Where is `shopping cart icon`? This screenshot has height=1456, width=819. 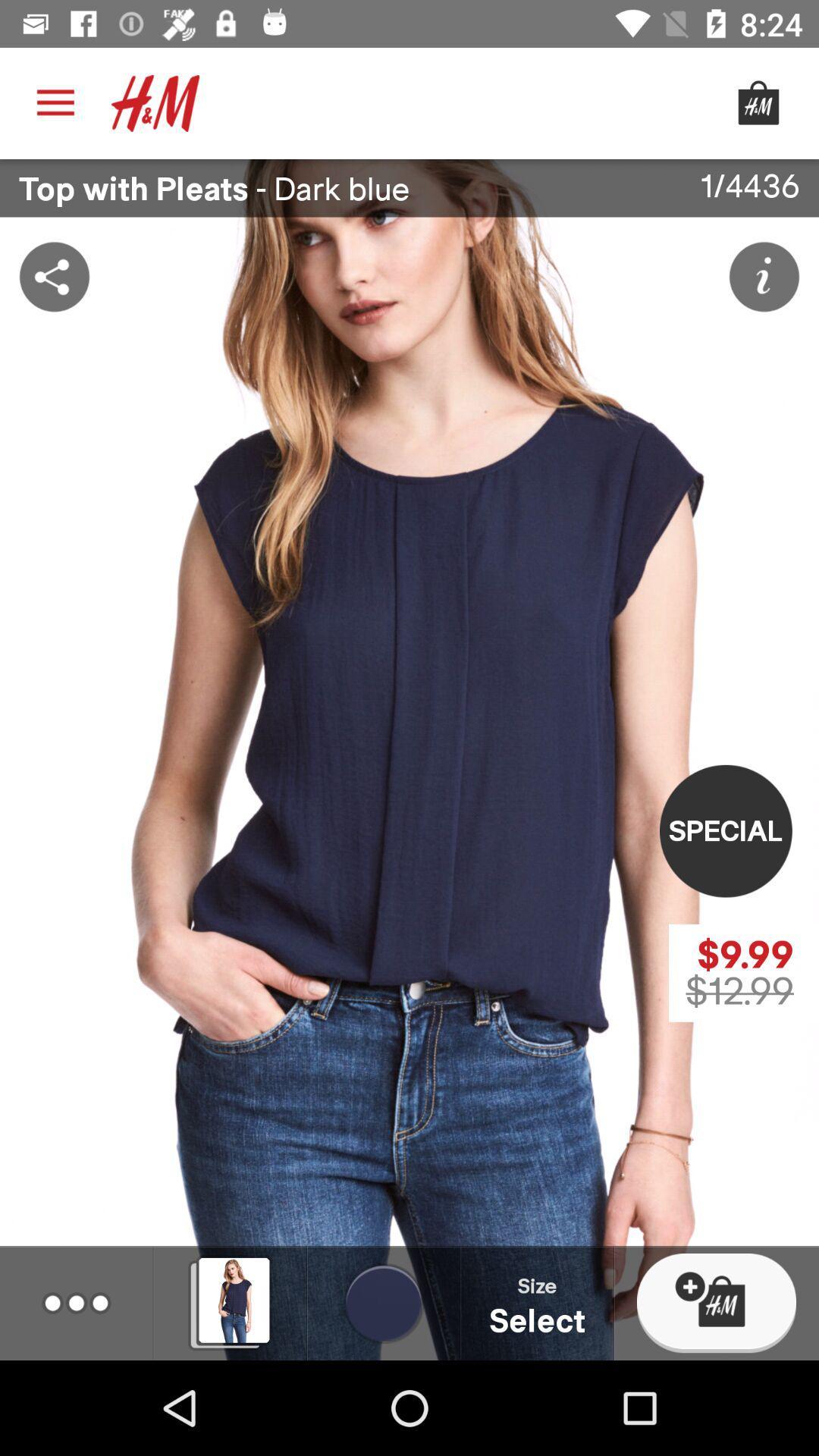 shopping cart icon is located at coordinates (758, 102).